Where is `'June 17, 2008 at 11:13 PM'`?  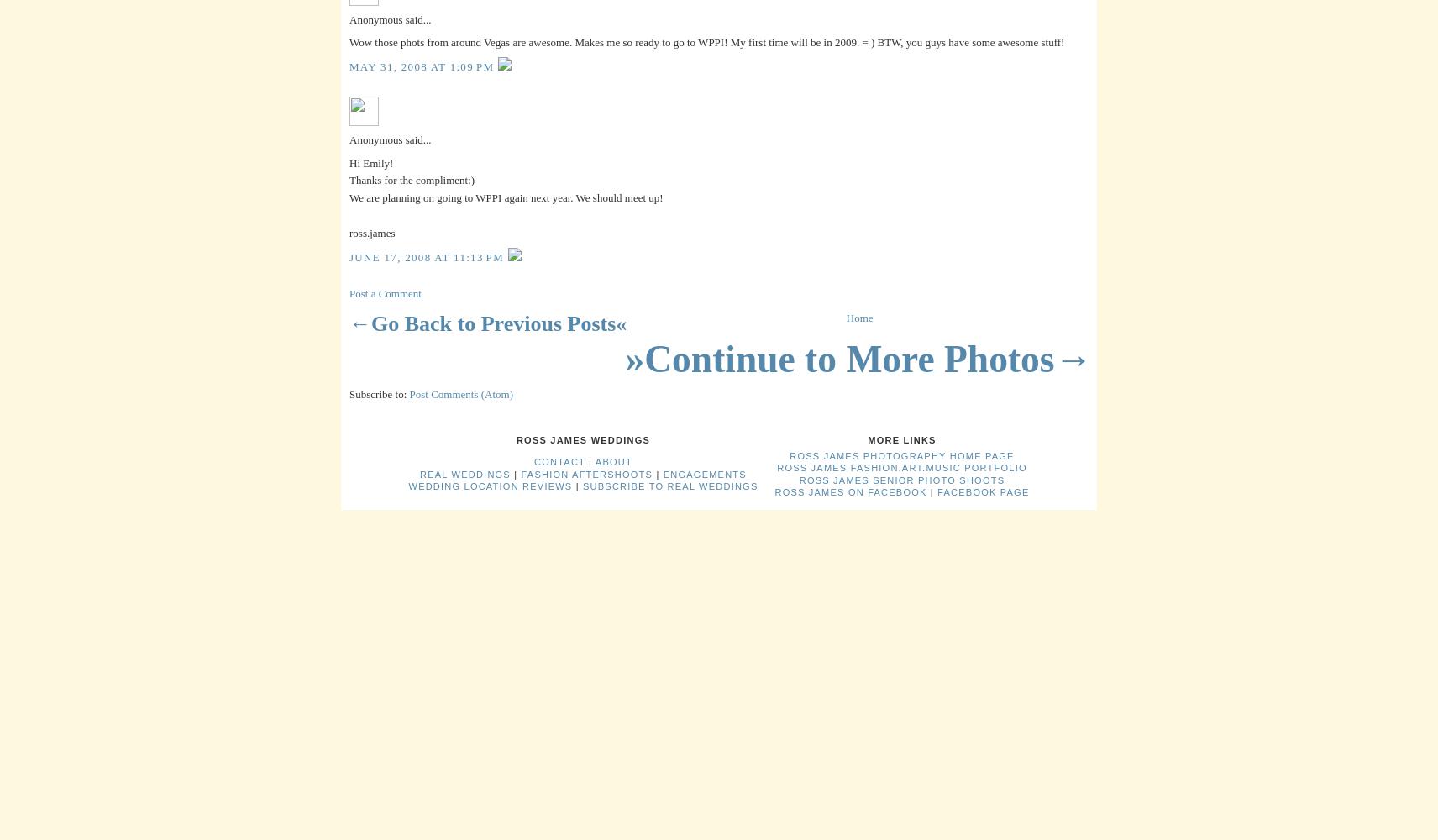 'June 17, 2008 at 11:13 PM' is located at coordinates (428, 257).